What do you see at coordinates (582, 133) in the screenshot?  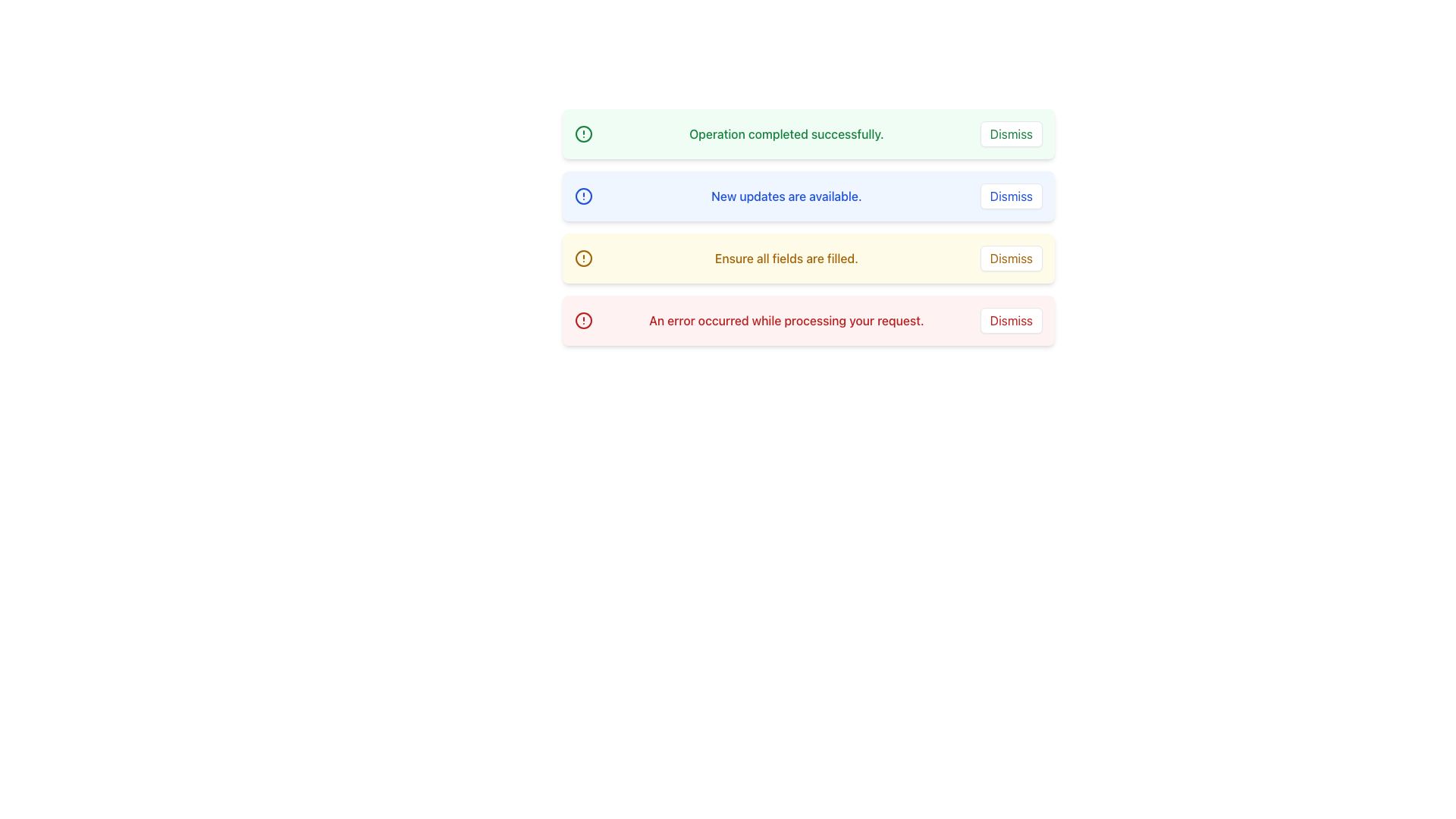 I see `the success status icon located at the leftmost part of the first notification message that indicates 'Operation completed successfully.'` at bounding box center [582, 133].